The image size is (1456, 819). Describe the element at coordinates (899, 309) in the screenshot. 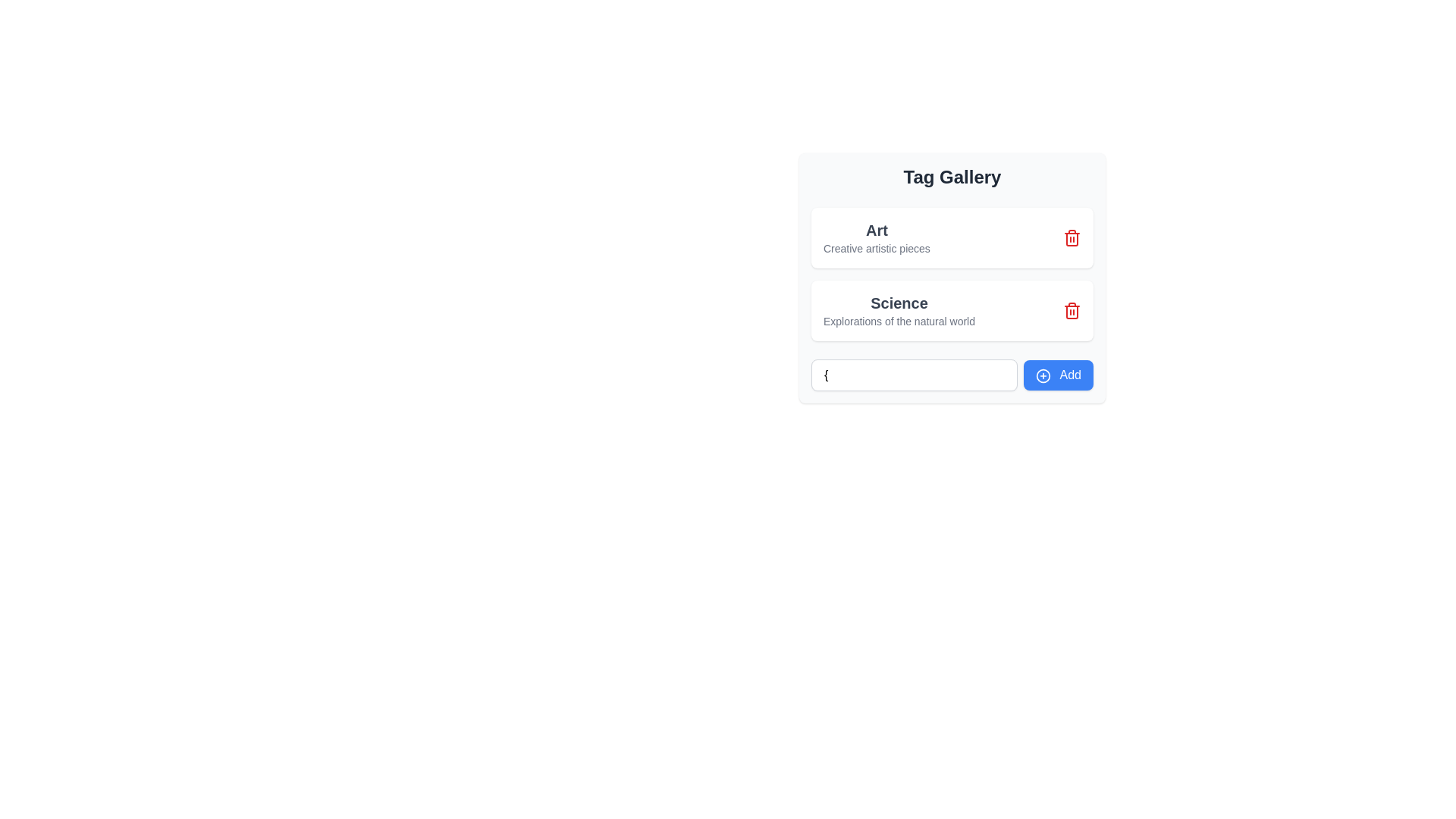

I see `the Text display component featuring the title 'Science' and subtitle 'Explorations of the natural world', which is located in the second entry of a vertical list of cards` at that location.